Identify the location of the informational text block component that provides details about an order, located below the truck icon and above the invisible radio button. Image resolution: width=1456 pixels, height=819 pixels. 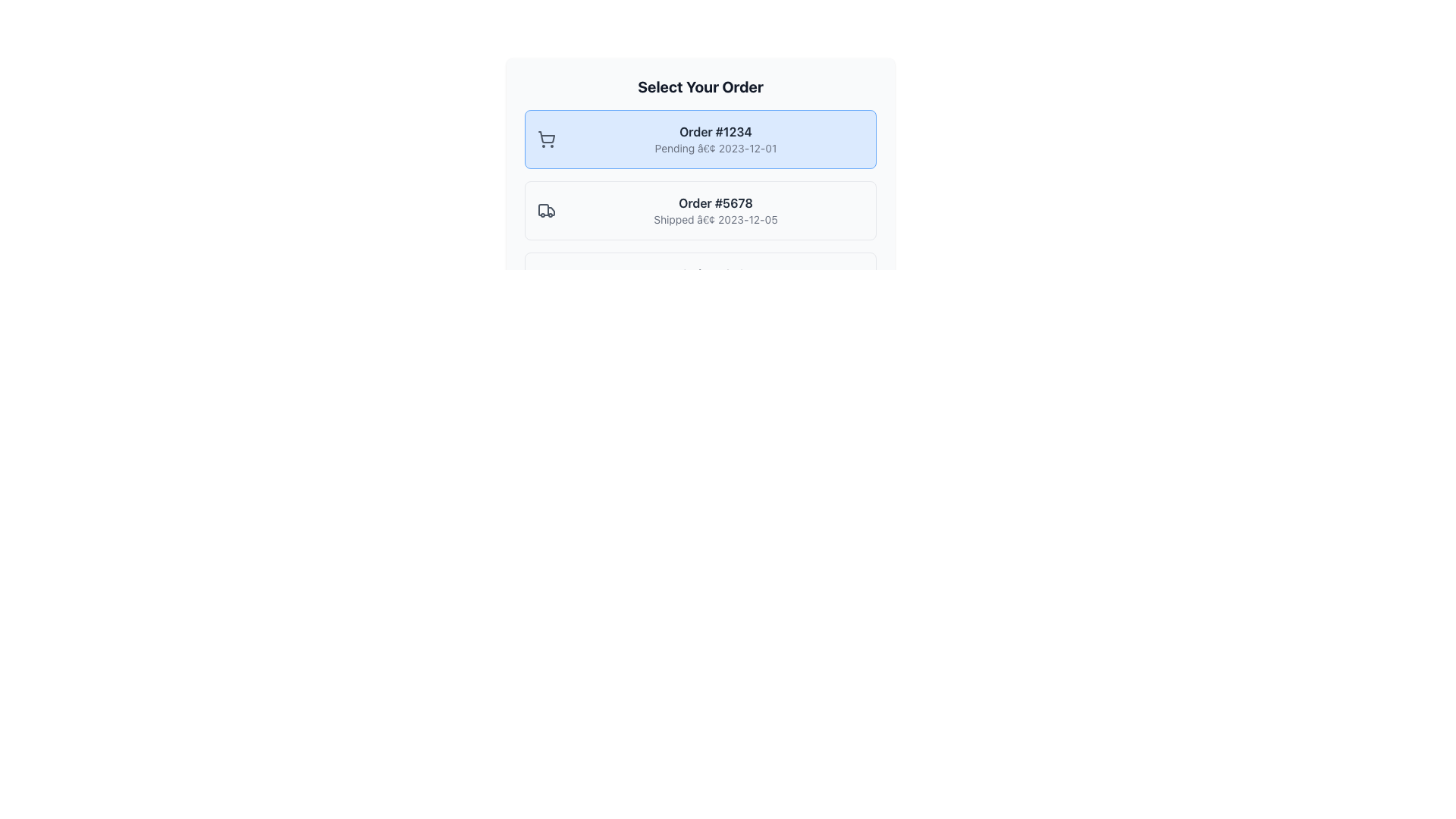
(715, 210).